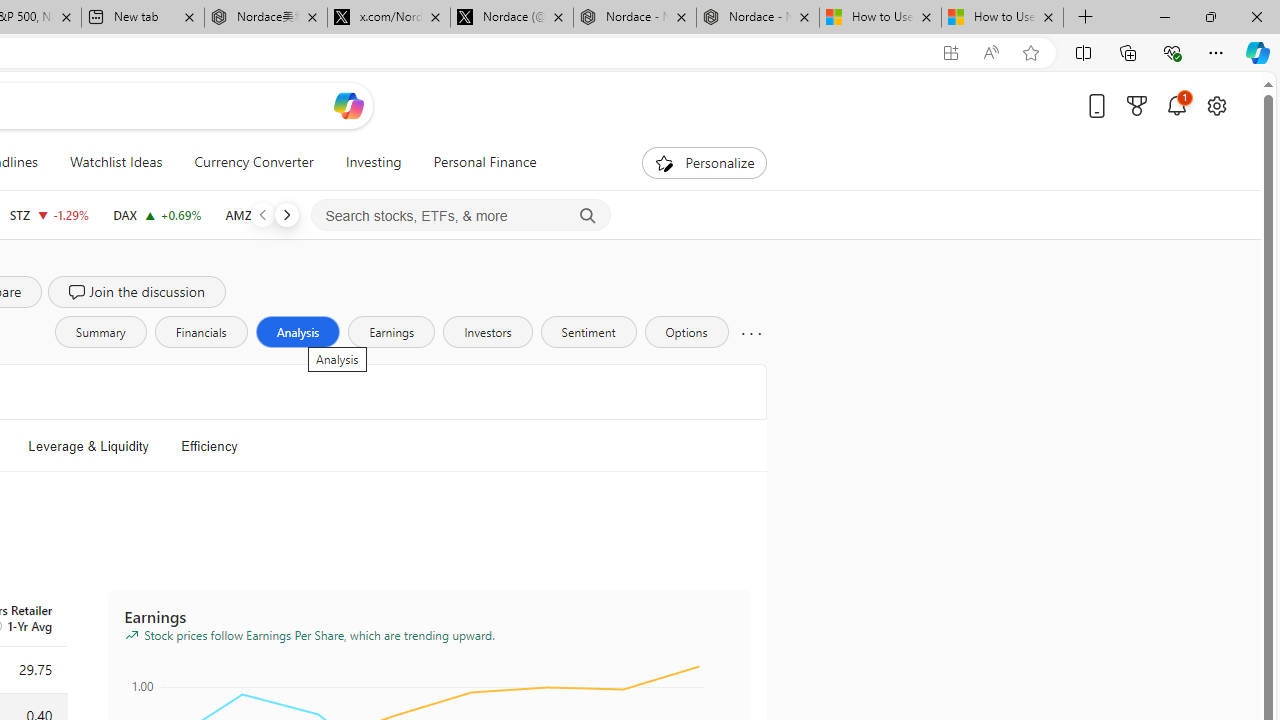 The height and width of the screenshot is (720, 1280). Describe the element at coordinates (1215, 105) in the screenshot. I see `'Open settings'` at that location.